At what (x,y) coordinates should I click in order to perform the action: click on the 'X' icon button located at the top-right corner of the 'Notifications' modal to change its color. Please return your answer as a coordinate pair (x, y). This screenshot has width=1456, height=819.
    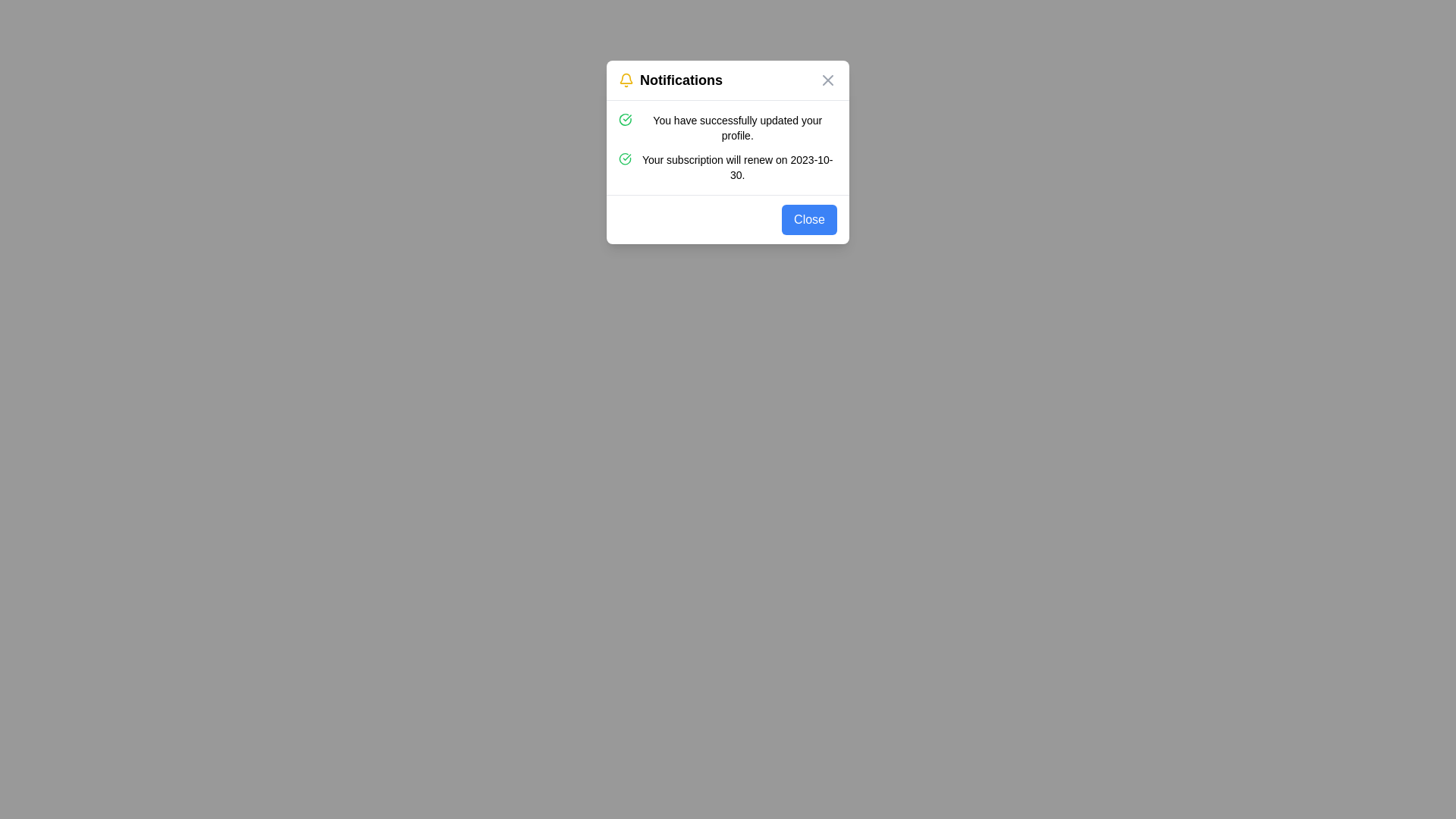
    Looking at the image, I should click on (827, 80).